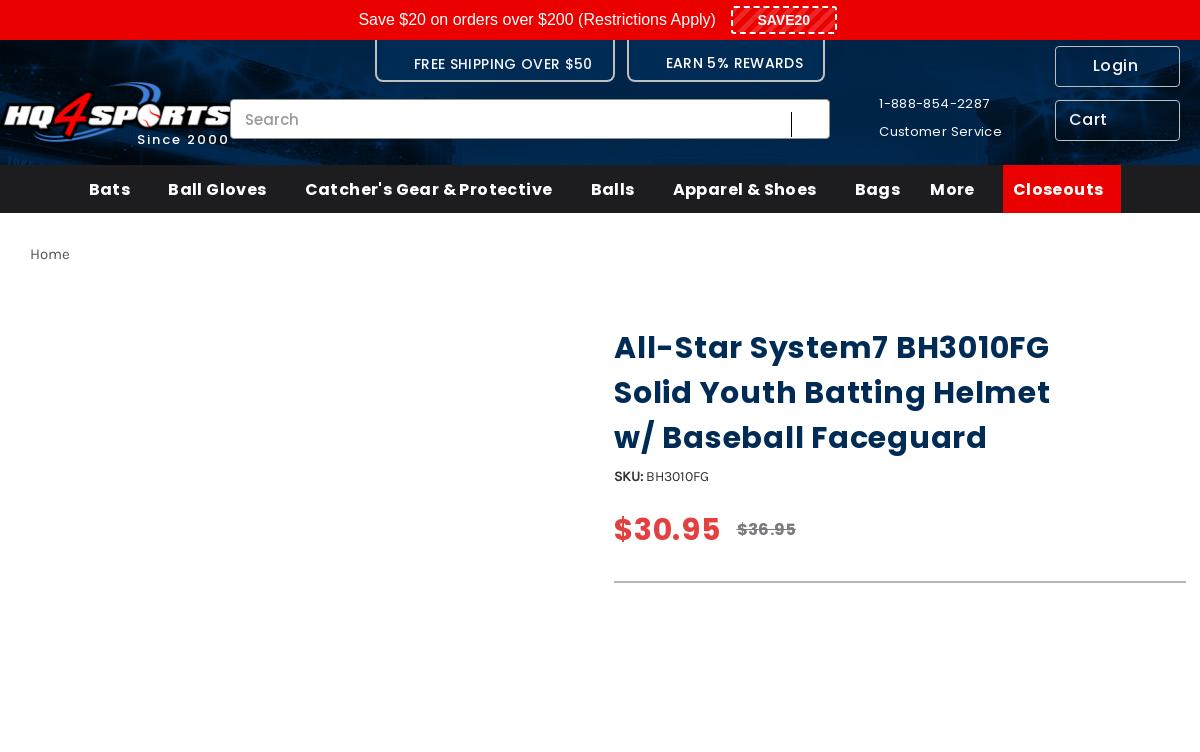 This screenshot has width=1200, height=752. Describe the element at coordinates (677, 475) in the screenshot. I see `'BH3010FG'` at that location.